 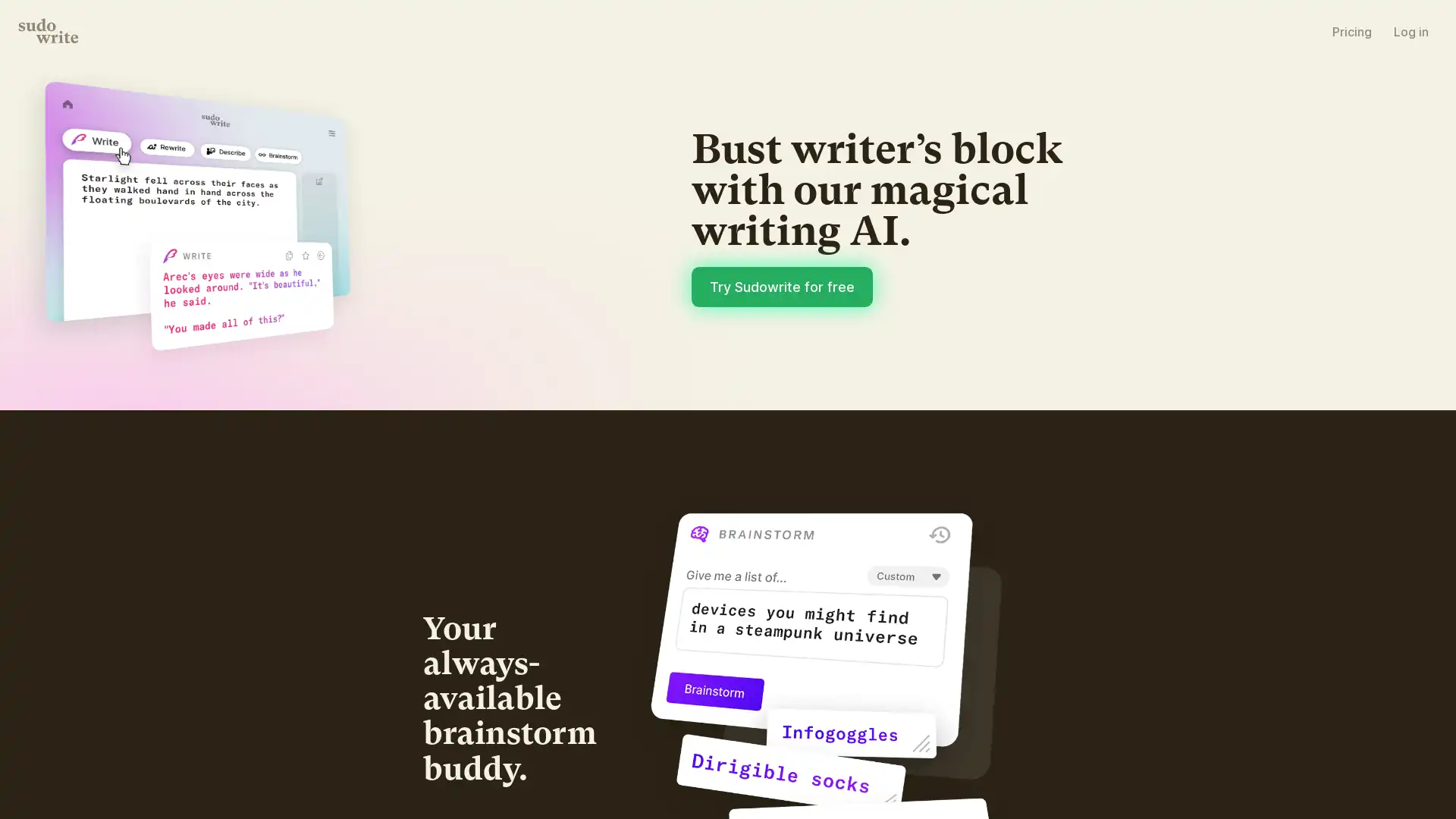 What do you see at coordinates (946, 415) in the screenshot?
I see `Try Sudowrite for free` at bounding box center [946, 415].